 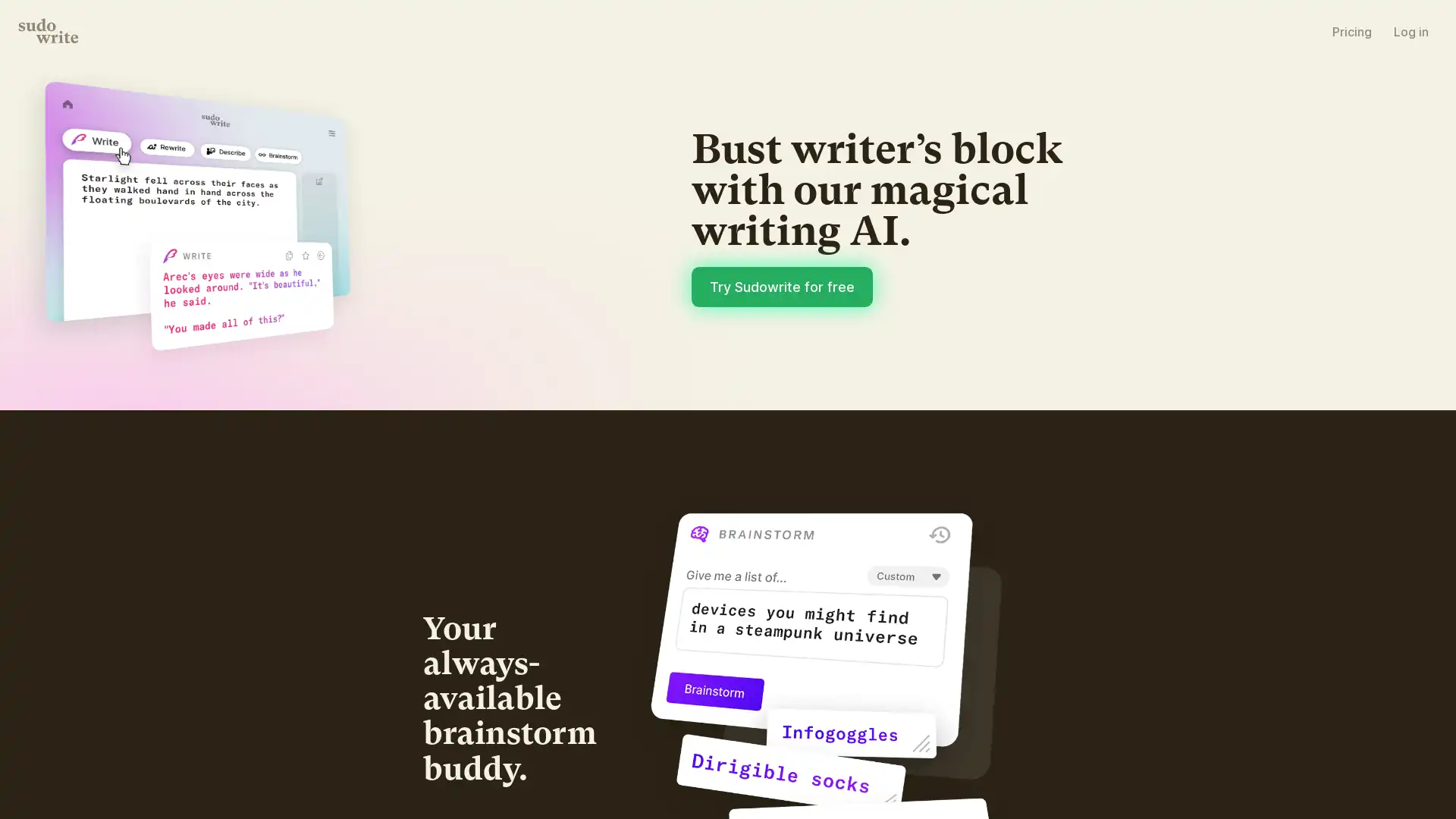 What do you see at coordinates (946, 415) in the screenshot?
I see `Try Sudowrite for free` at bounding box center [946, 415].